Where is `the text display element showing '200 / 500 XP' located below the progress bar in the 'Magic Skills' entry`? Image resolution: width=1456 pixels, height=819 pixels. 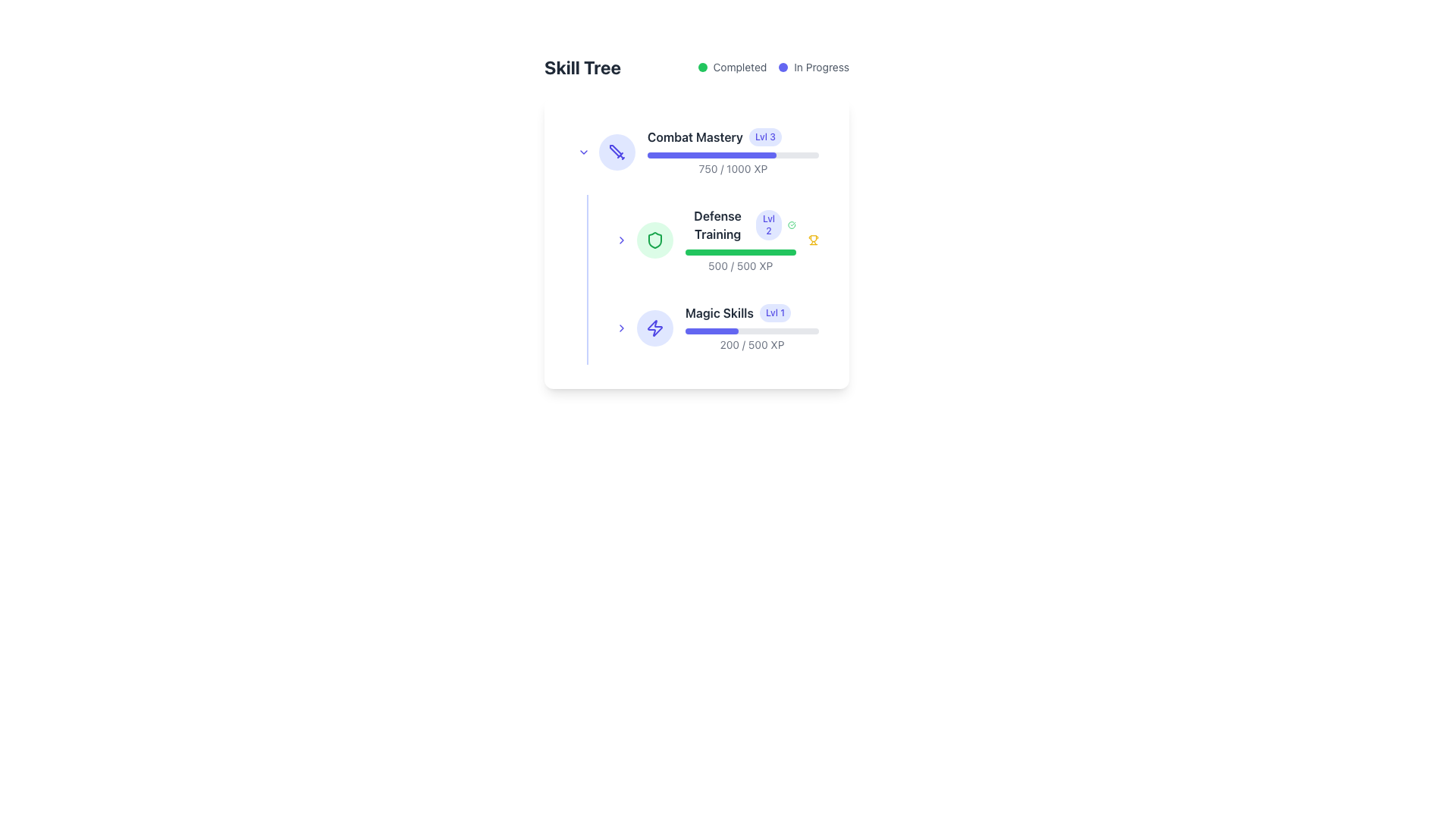
the text display element showing '200 / 500 XP' located below the progress bar in the 'Magic Skills' entry is located at coordinates (752, 345).